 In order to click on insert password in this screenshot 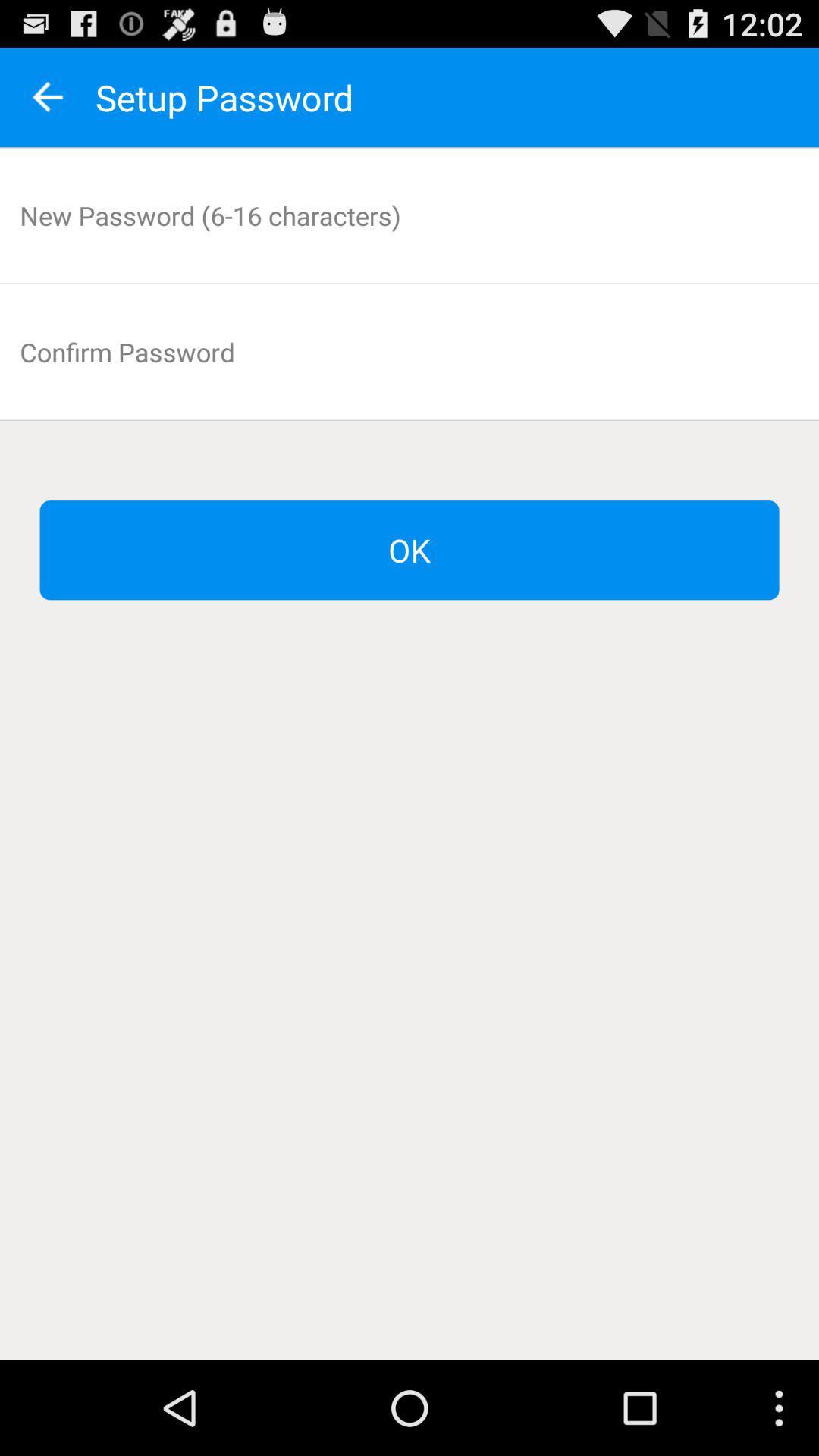, I will do `click(409, 215)`.